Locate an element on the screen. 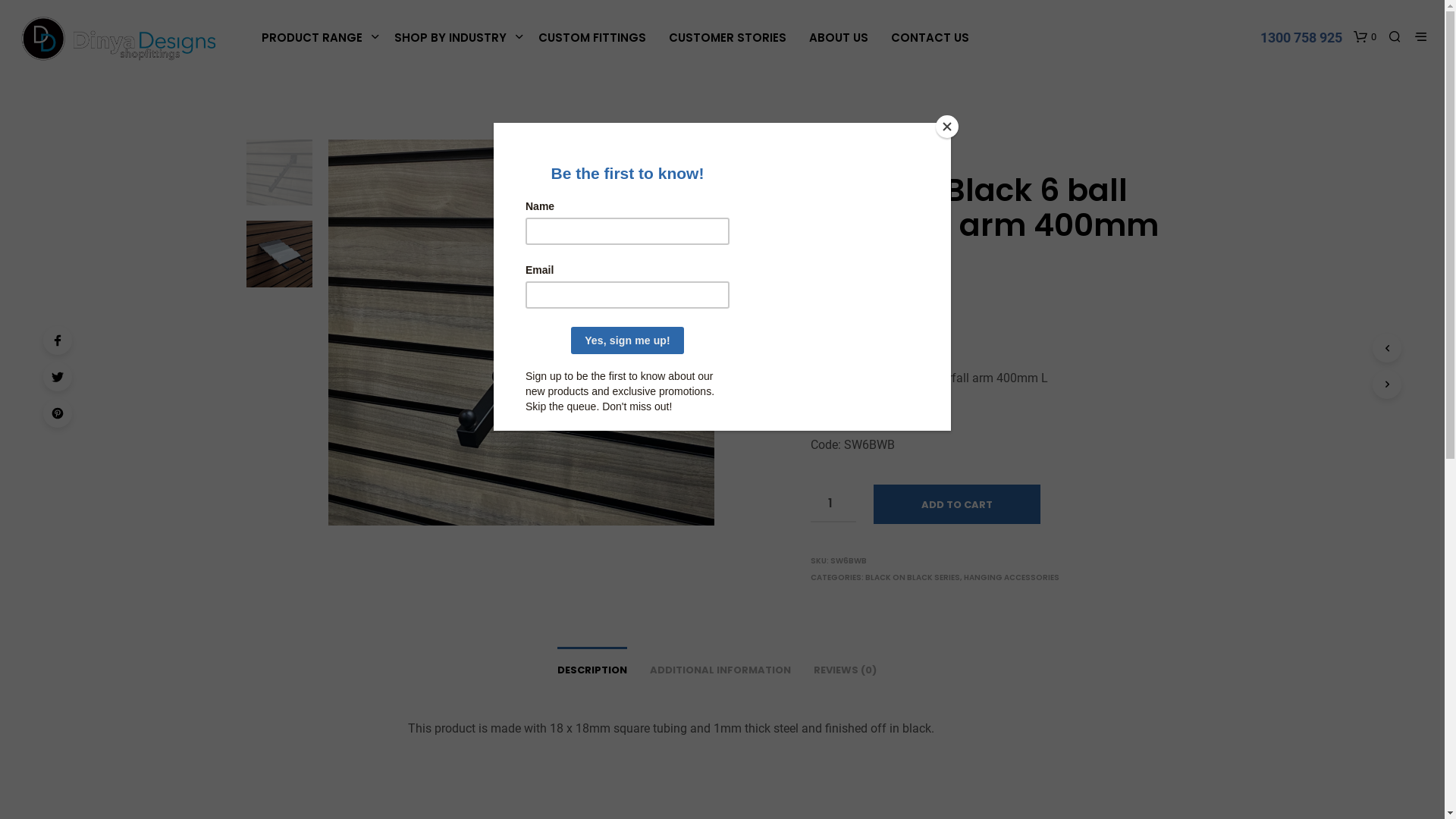 This screenshot has width=1456, height=819. 'ADD TO CART' is located at coordinates (956, 504).